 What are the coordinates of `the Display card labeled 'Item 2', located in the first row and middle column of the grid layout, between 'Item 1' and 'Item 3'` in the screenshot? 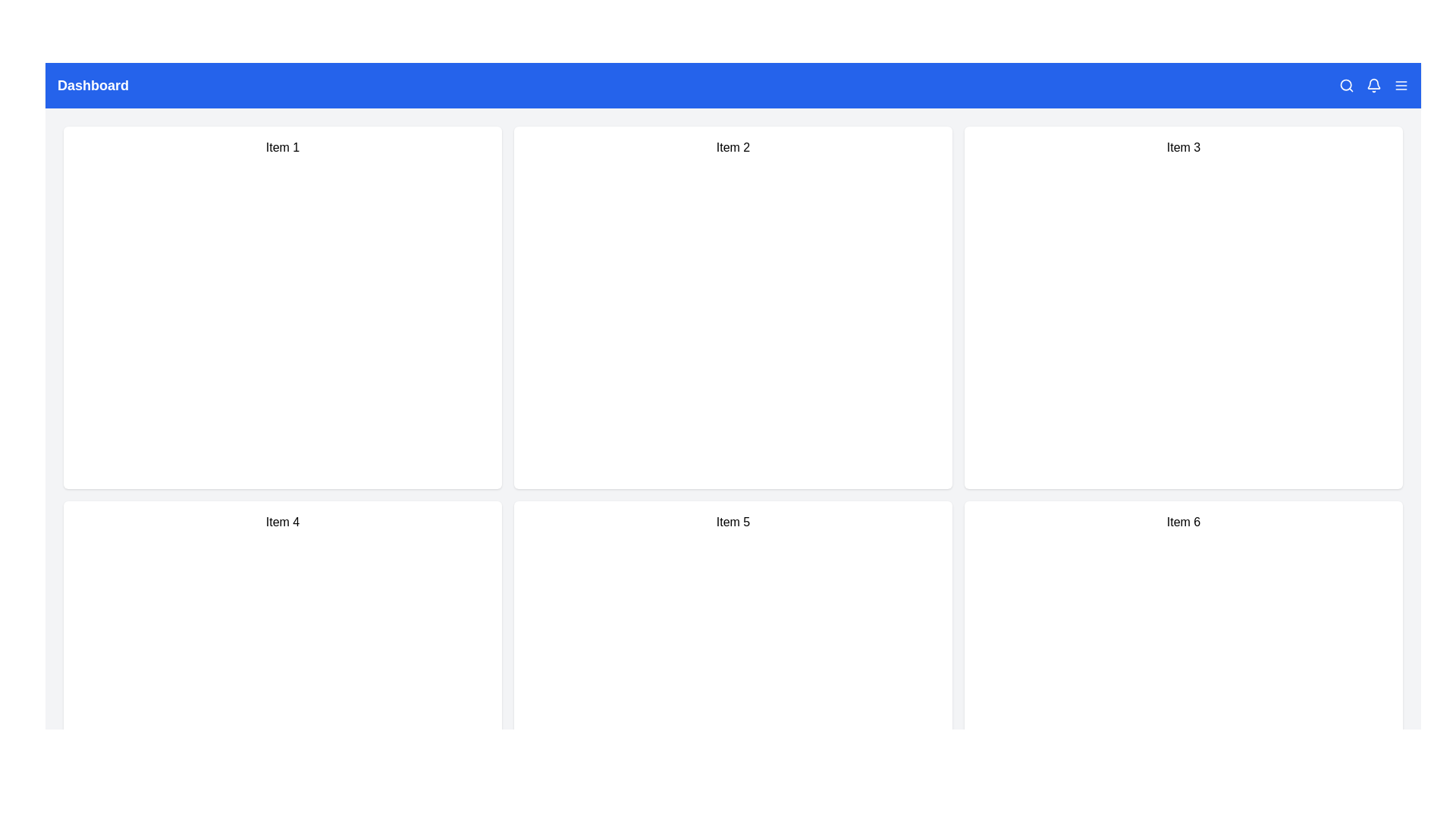 It's located at (733, 307).